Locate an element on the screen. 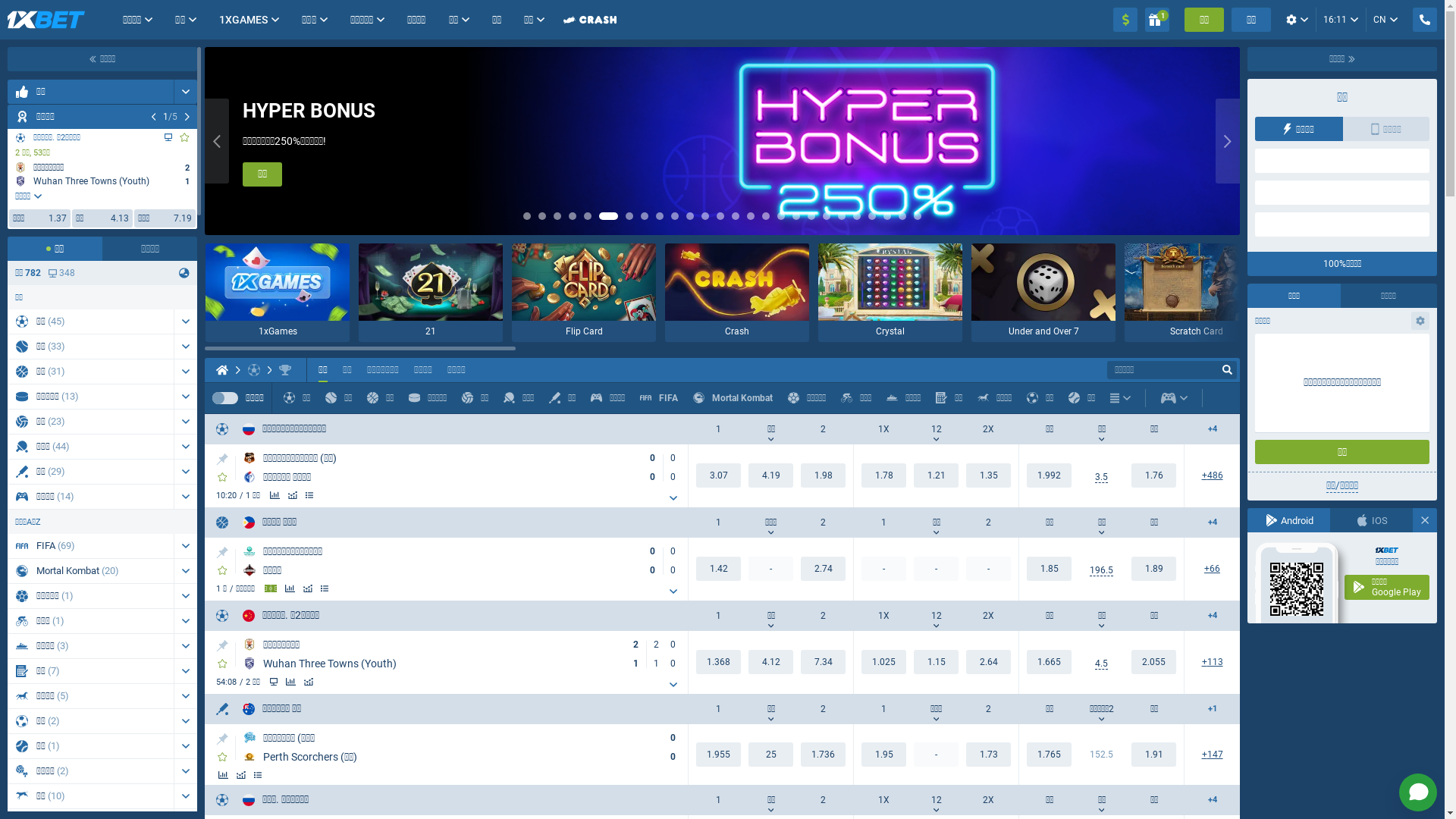 The image size is (1456, 819). '2.74' is located at coordinates (822, 568).